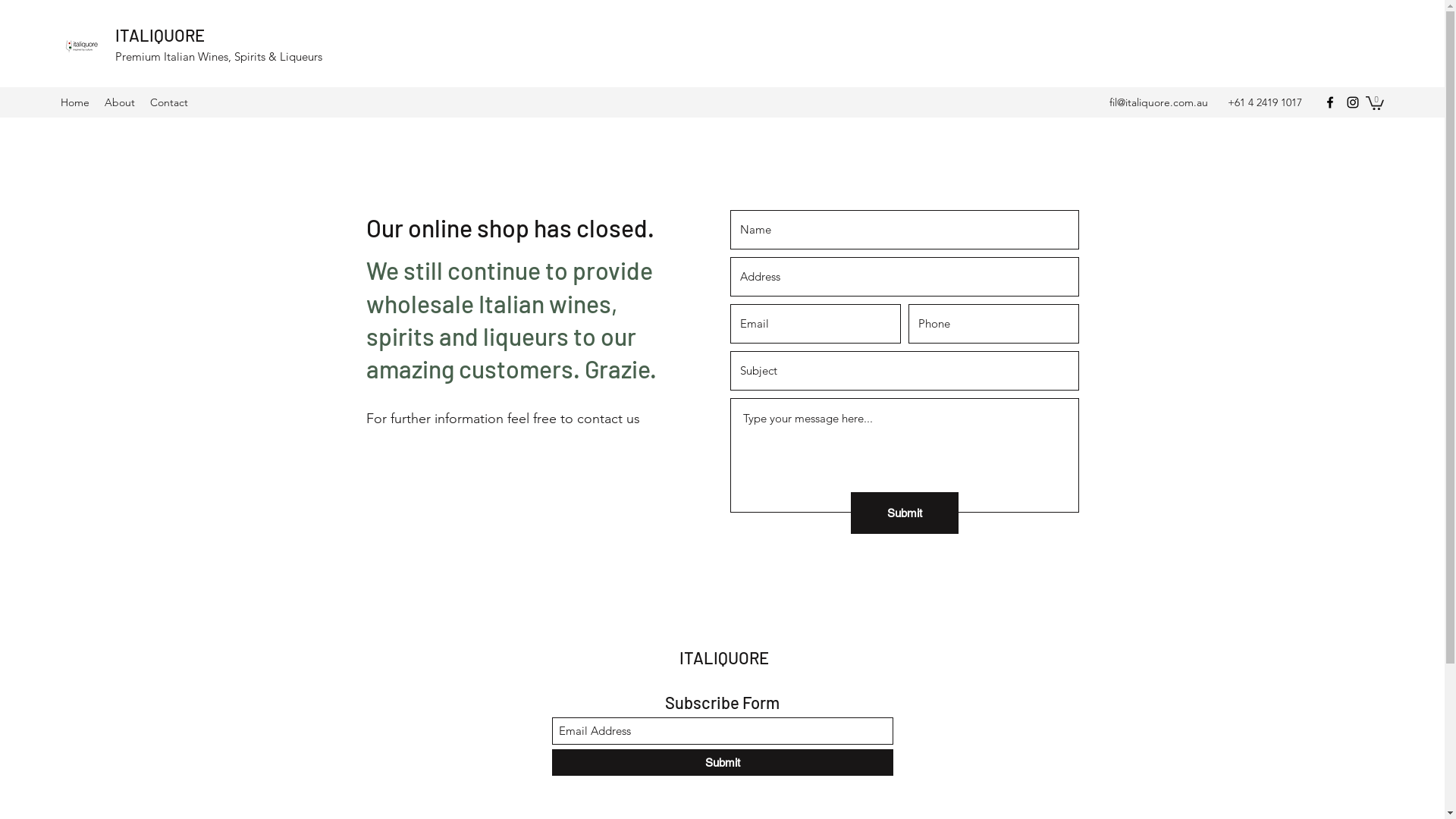 This screenshot has height=819, width=1456. What do you see at coordinates (119, 102) in the screenshot?
I see `'About'` at bounding box center [119, 102].